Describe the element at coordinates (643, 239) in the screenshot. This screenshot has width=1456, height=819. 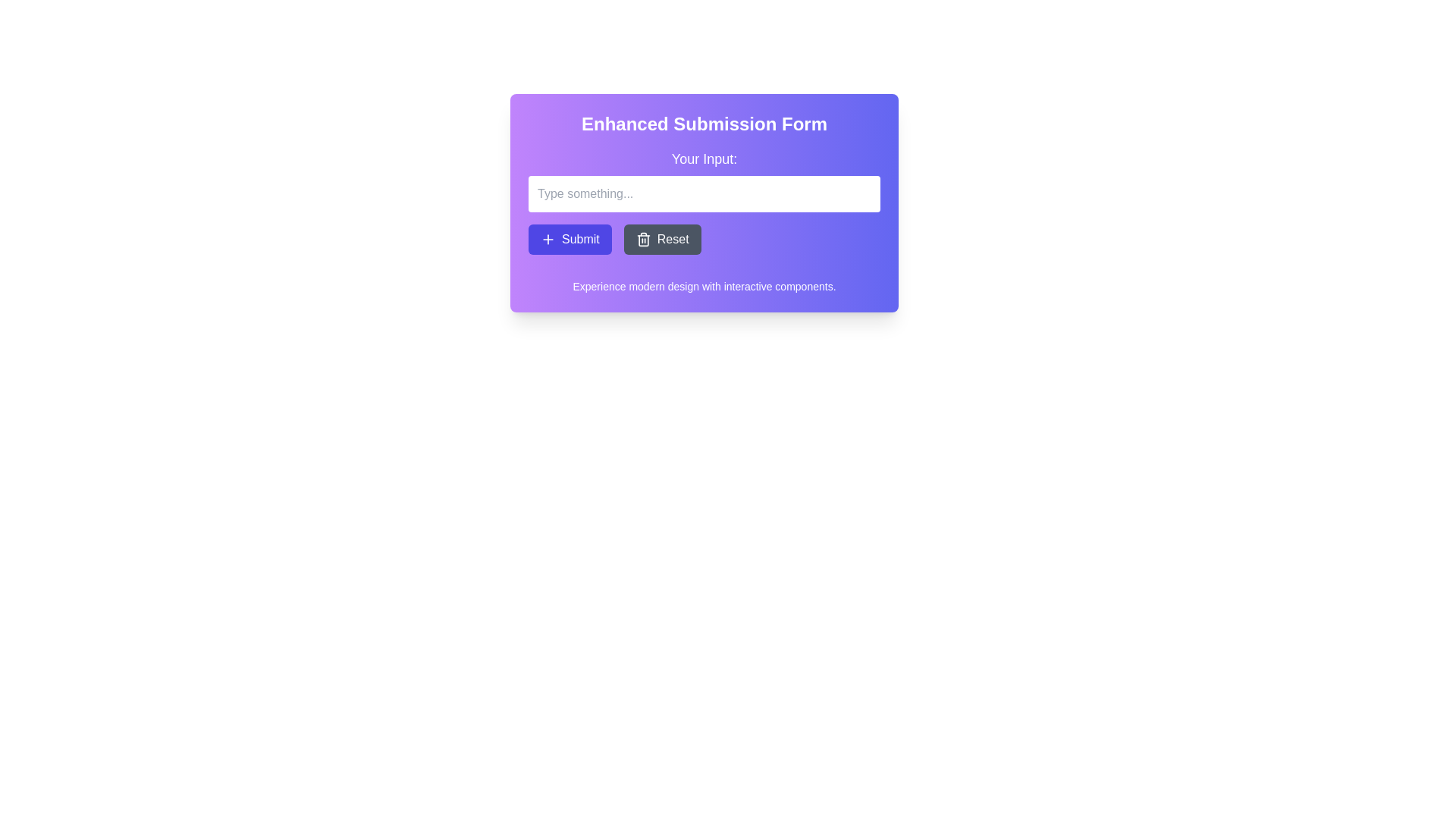
I see `the trash bin icon located to the left of the 'Reset' text to reset the form` at that location.